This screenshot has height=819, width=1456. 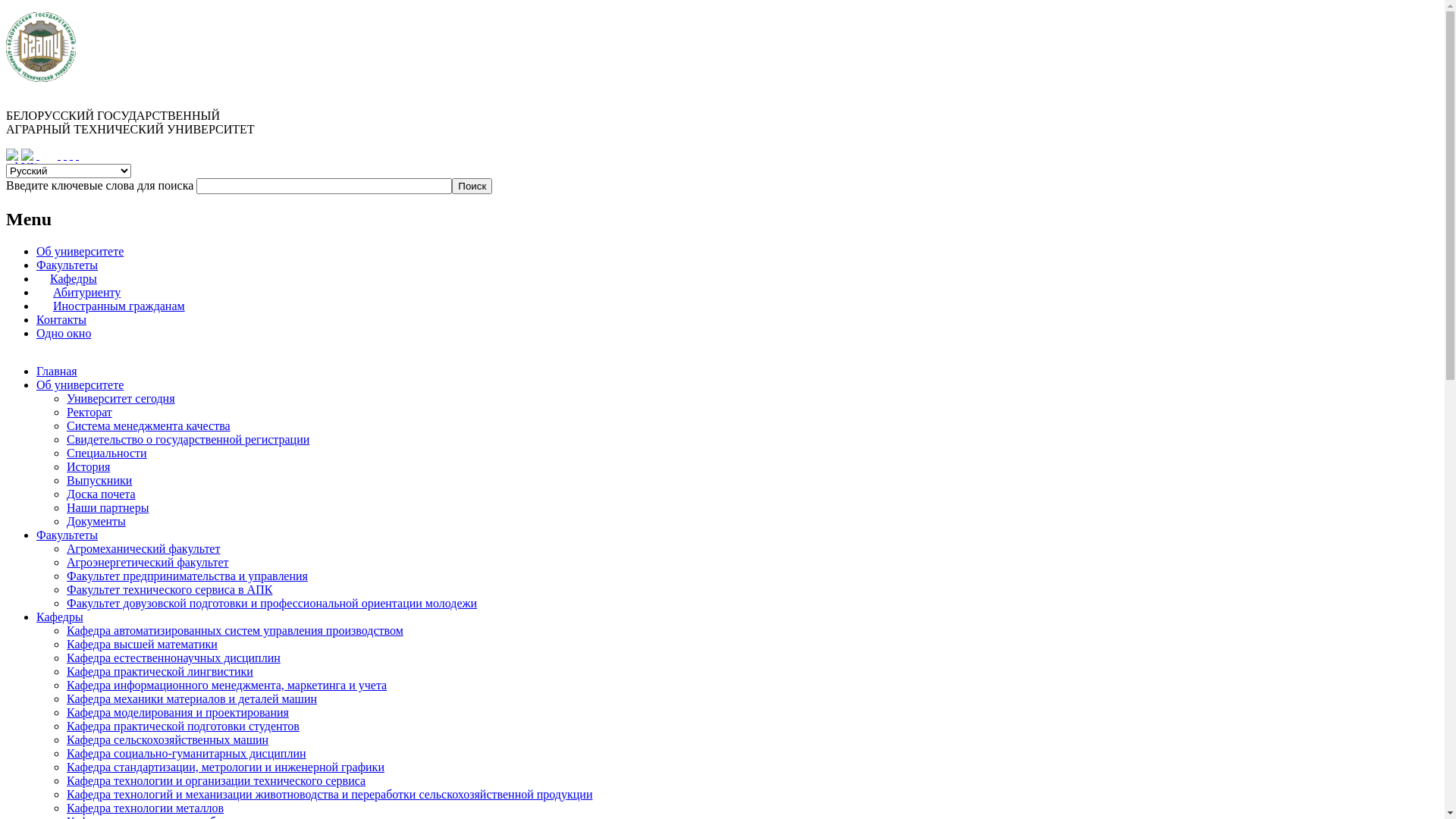 What do you see at coordinates (71, 155) in the screenshot?
I see `' '` at bounding box center [71, 155].